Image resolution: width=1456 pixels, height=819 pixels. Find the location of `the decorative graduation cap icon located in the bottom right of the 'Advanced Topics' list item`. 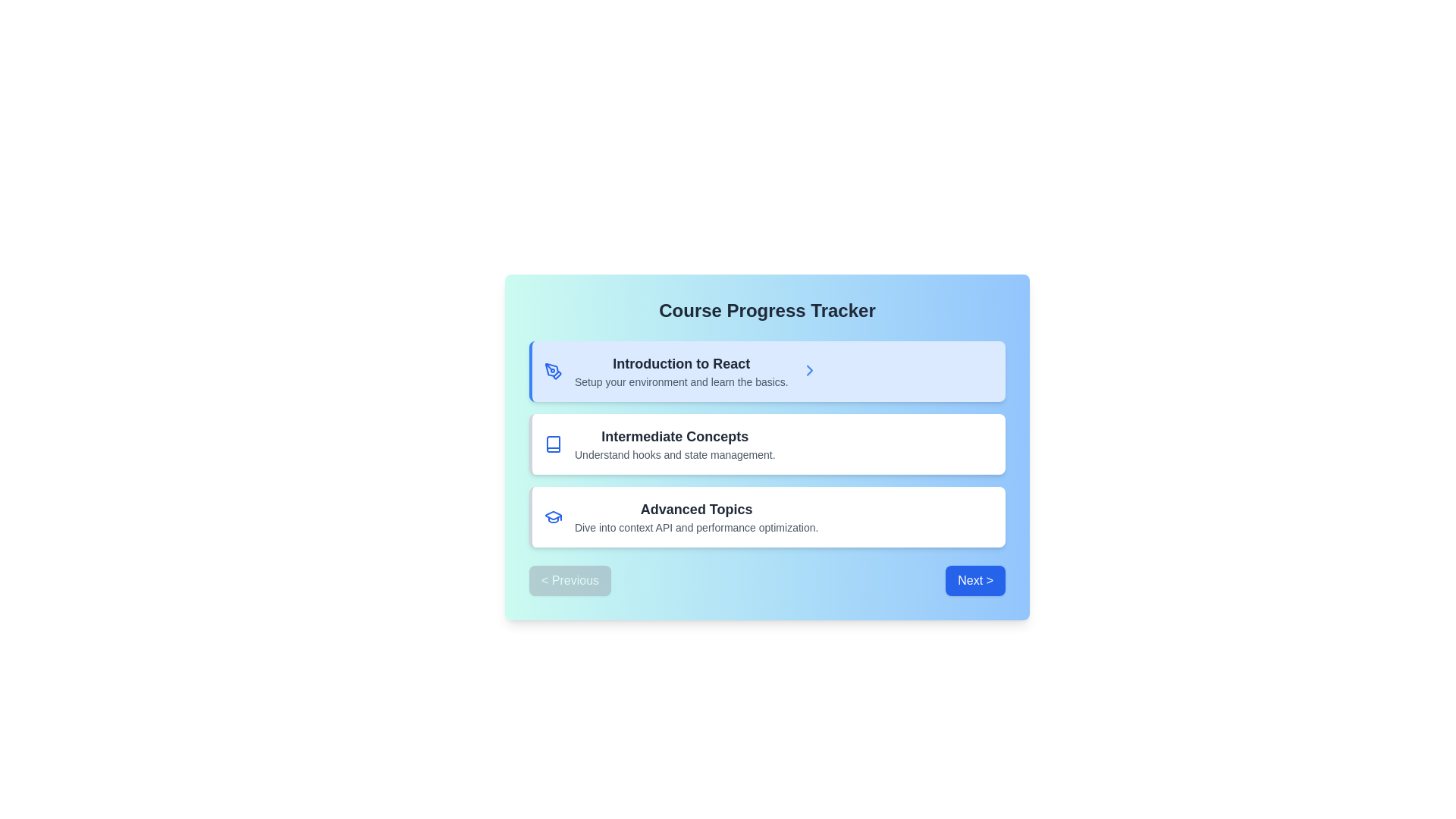

the decorative graduation cap icon located in the bottom right of the 'Advanced Topics' list item is located at coordinates (552, 514).